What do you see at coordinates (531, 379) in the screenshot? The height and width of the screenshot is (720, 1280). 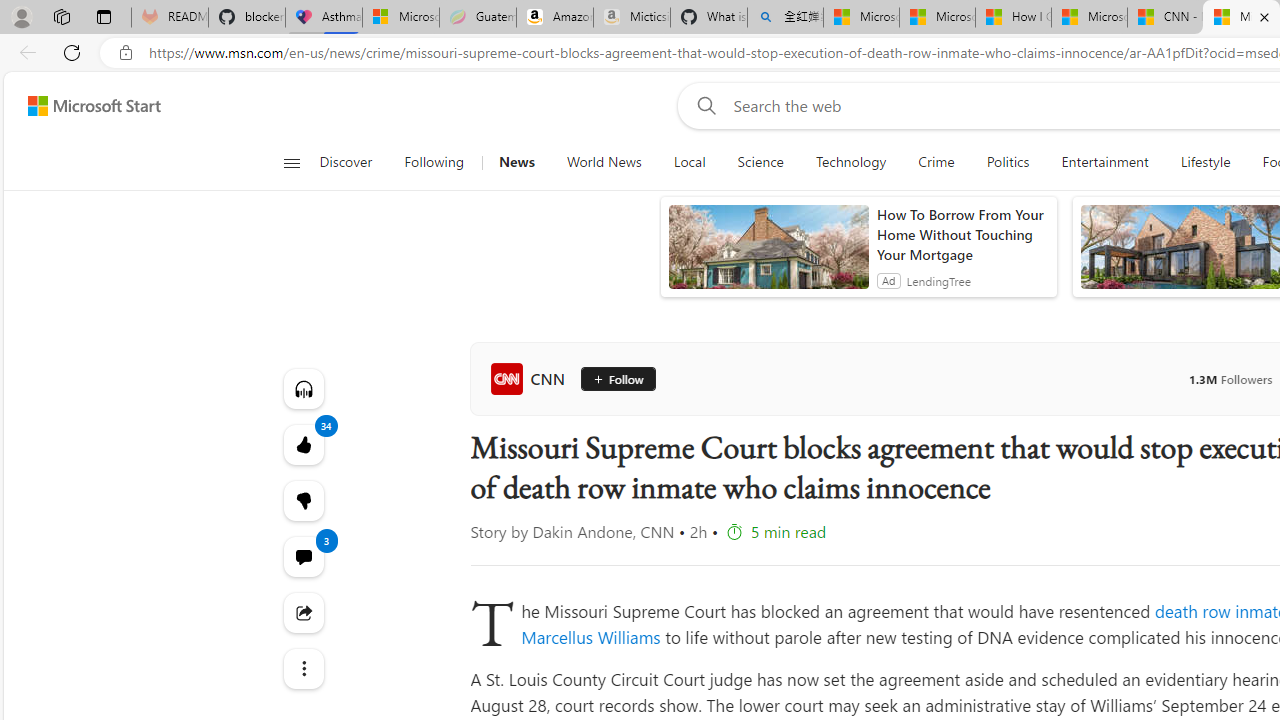 I see `'CNN'` at bounding box center [531, 379].